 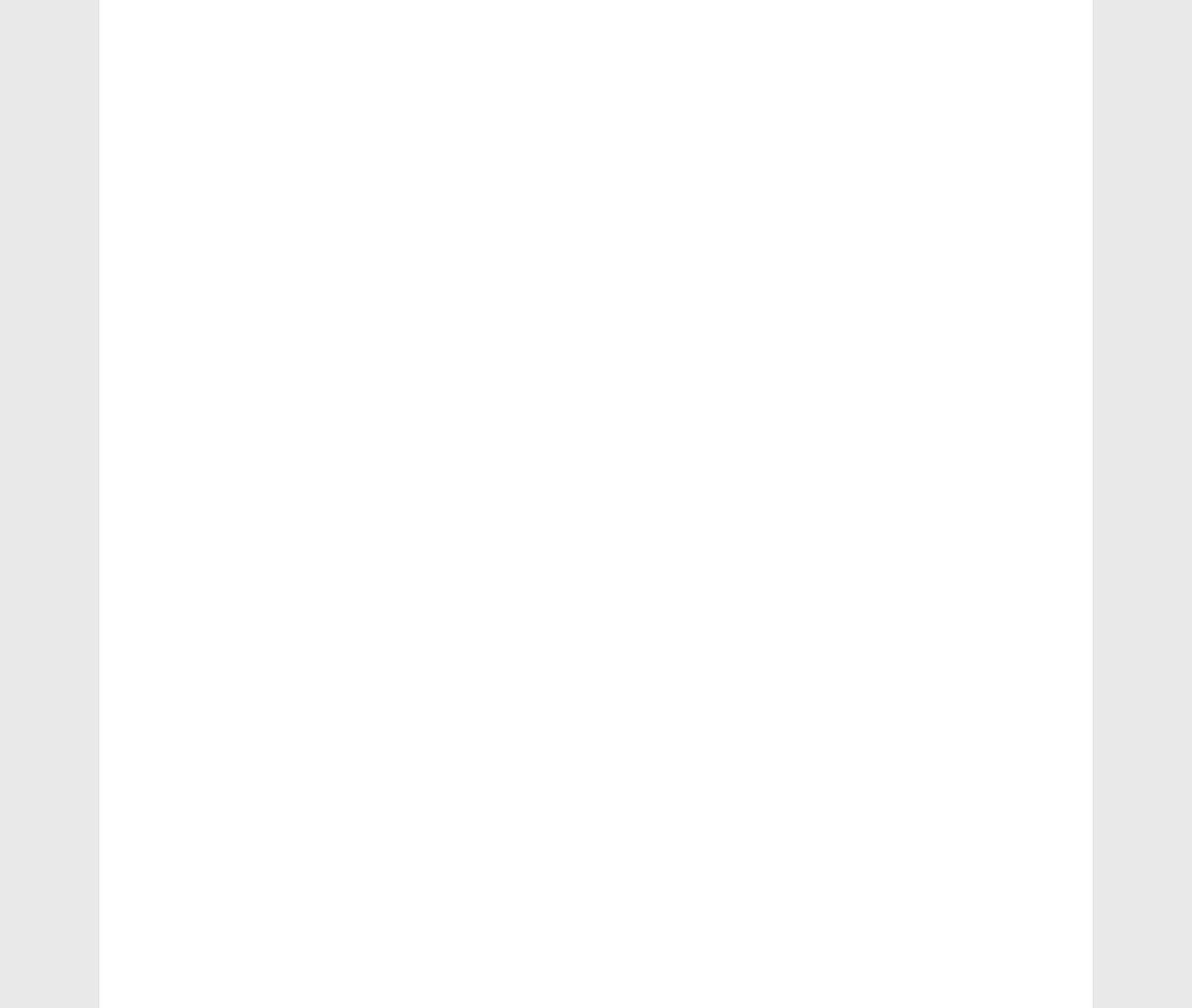 What do you see at coordinates (890, 47) in the screenshot?
I see `'Wordpress'` at bounding box center [890, 47].